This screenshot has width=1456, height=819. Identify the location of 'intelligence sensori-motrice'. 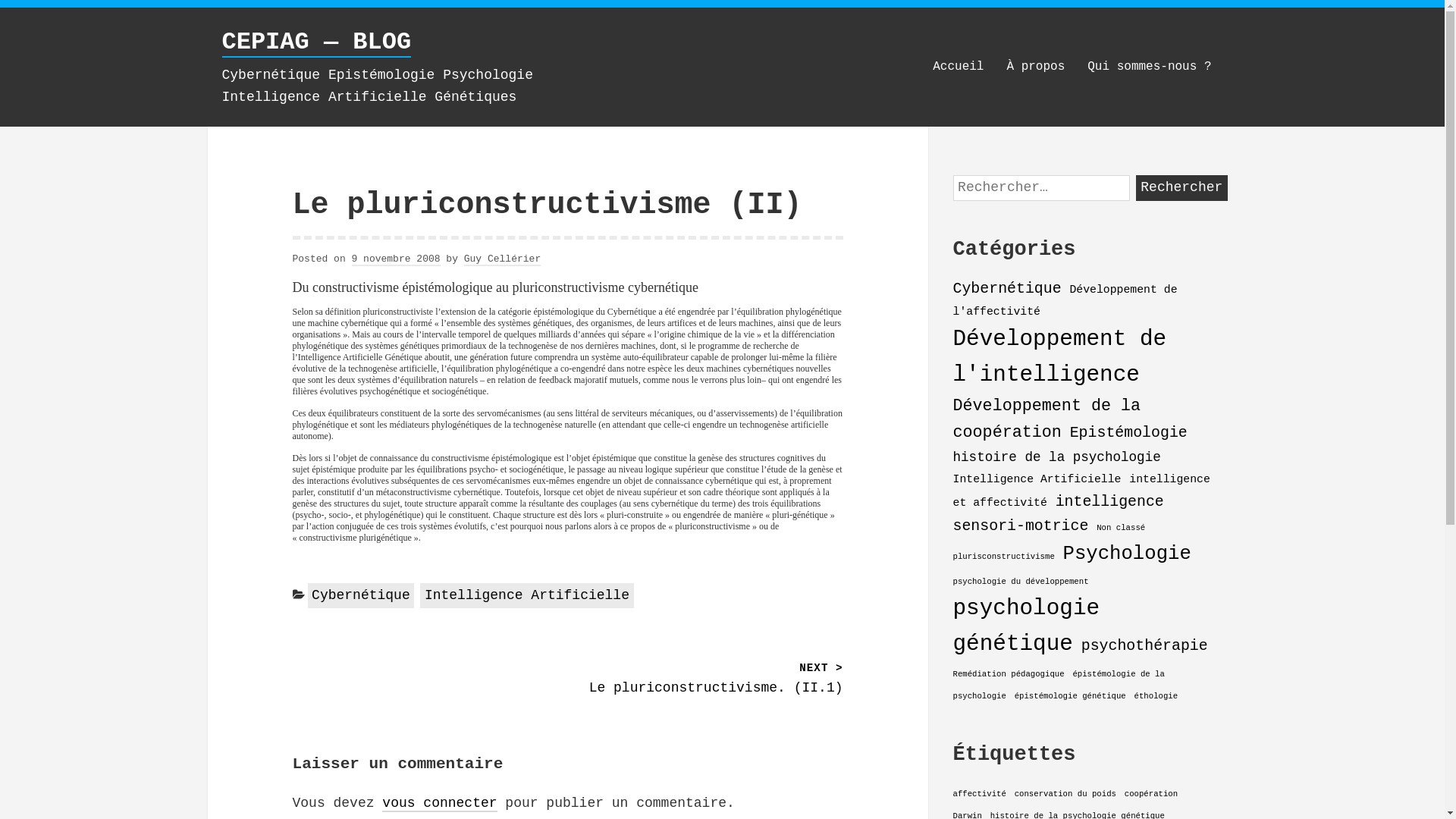
(1057, 513).